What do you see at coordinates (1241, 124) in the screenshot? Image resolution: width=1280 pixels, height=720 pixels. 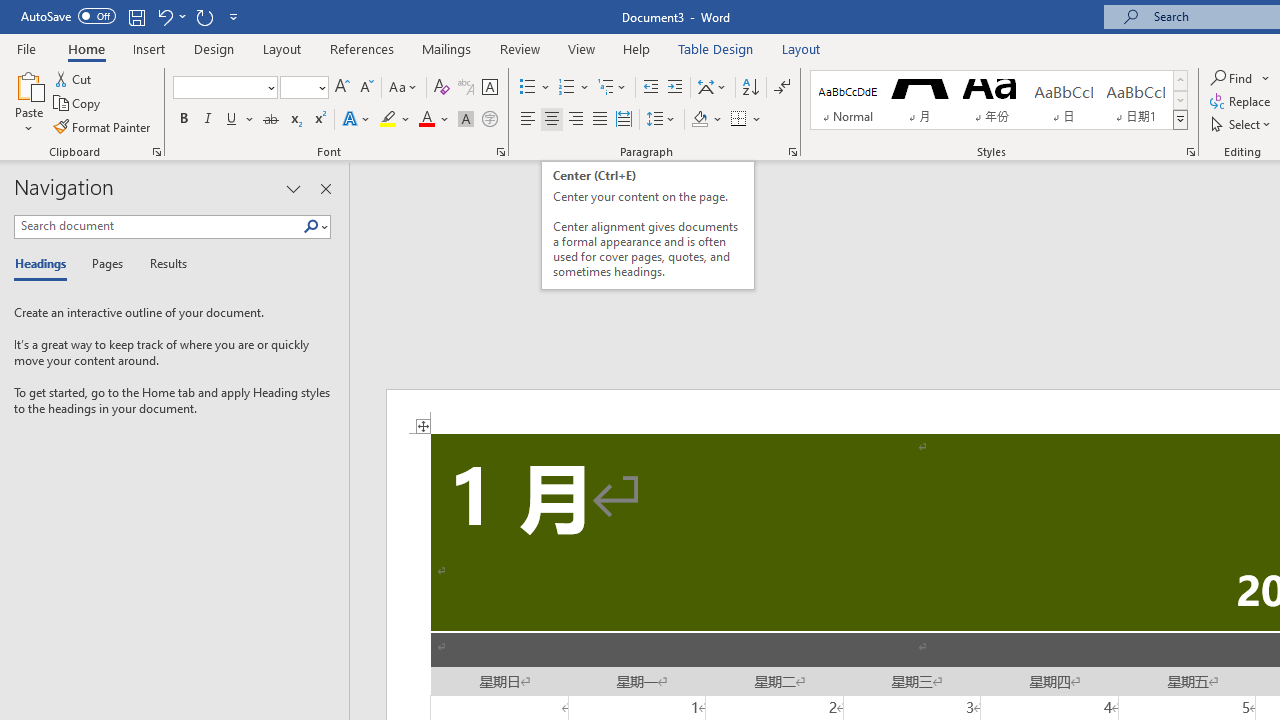 I see `'Select'` at bounding box center [1241, 124].